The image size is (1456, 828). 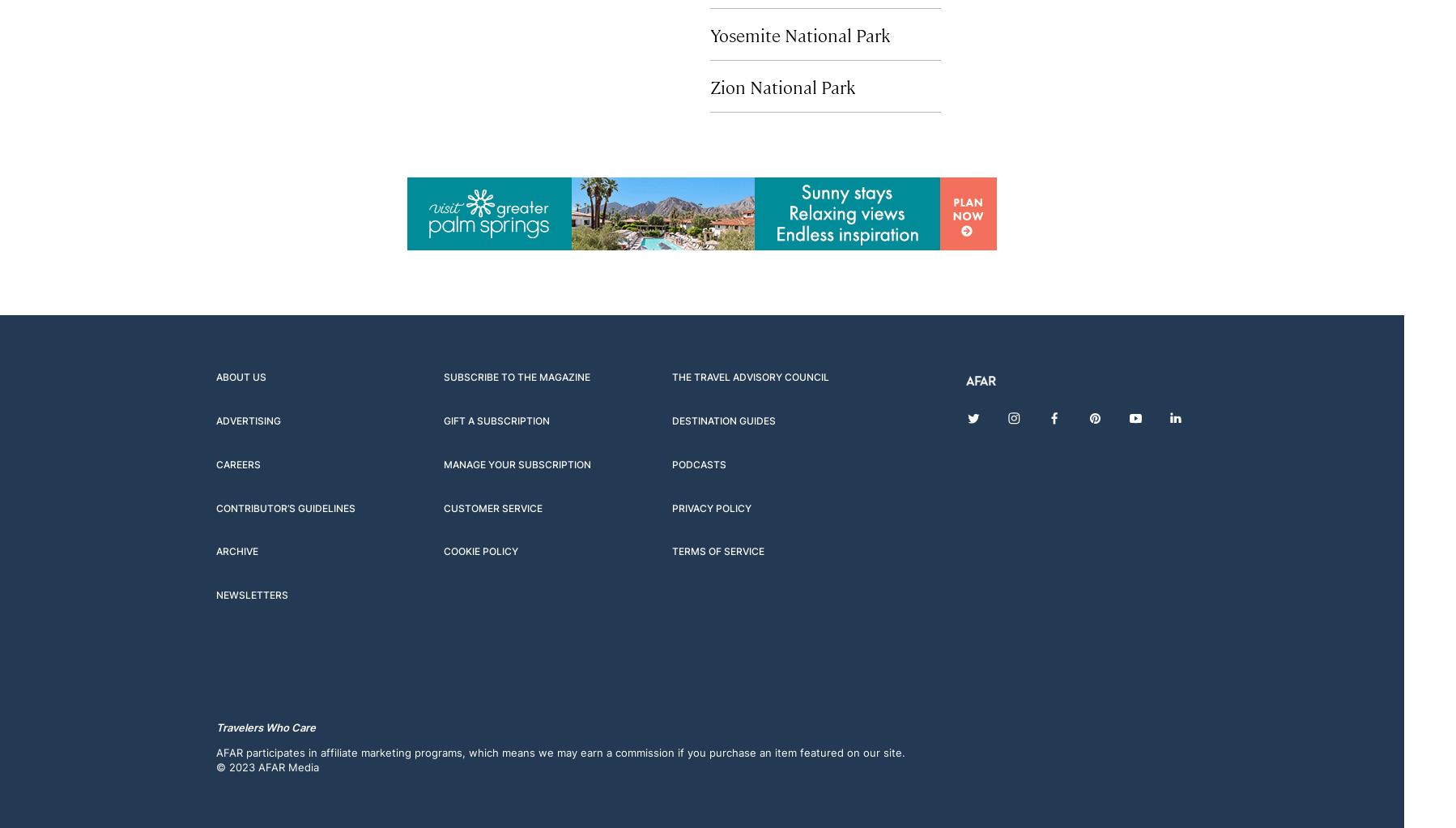 I want to click on 'Cookie Policy', so click(x=481, y=550).